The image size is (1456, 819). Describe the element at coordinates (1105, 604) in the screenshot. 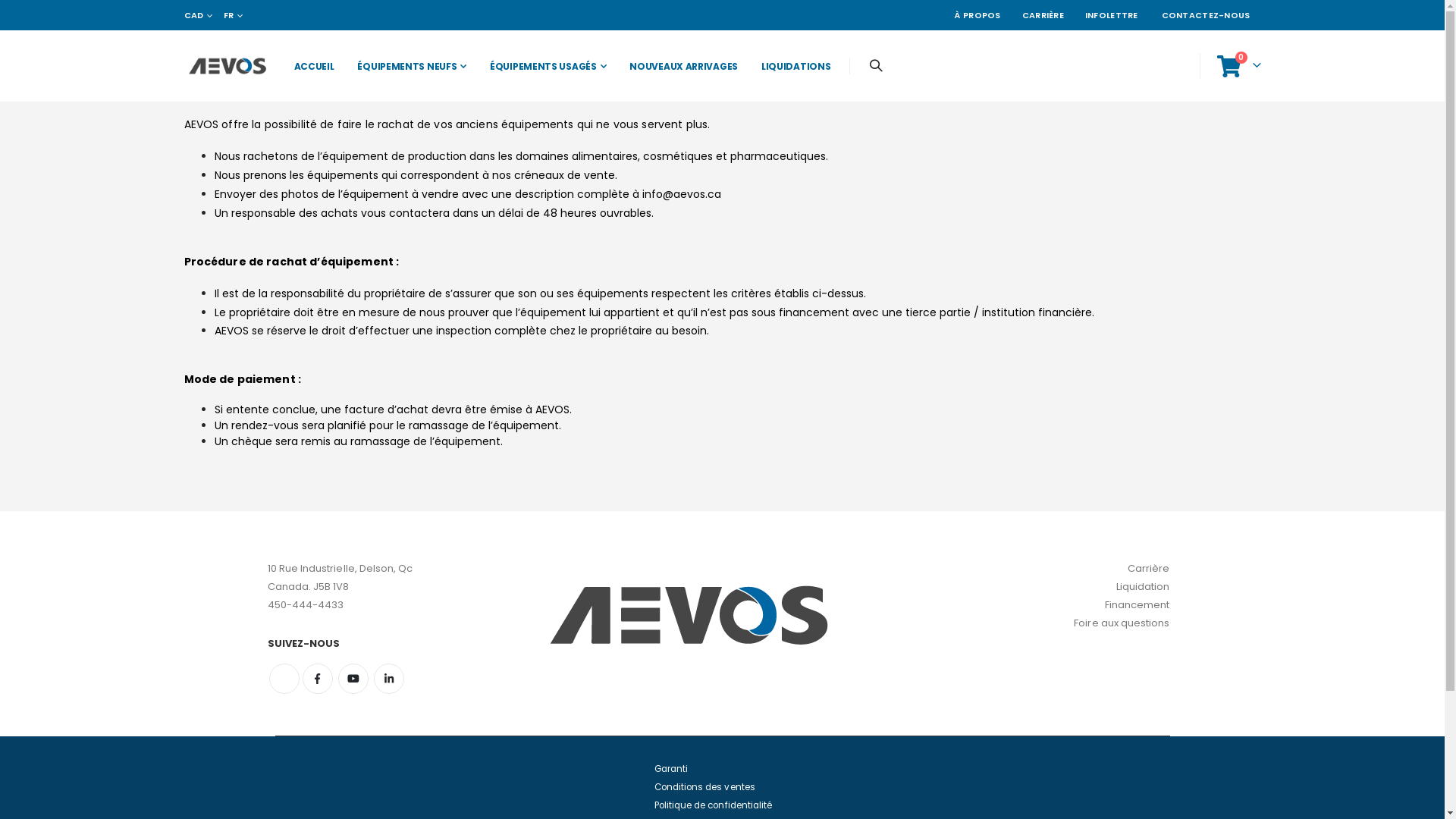

I see `'Financement'` at that location.